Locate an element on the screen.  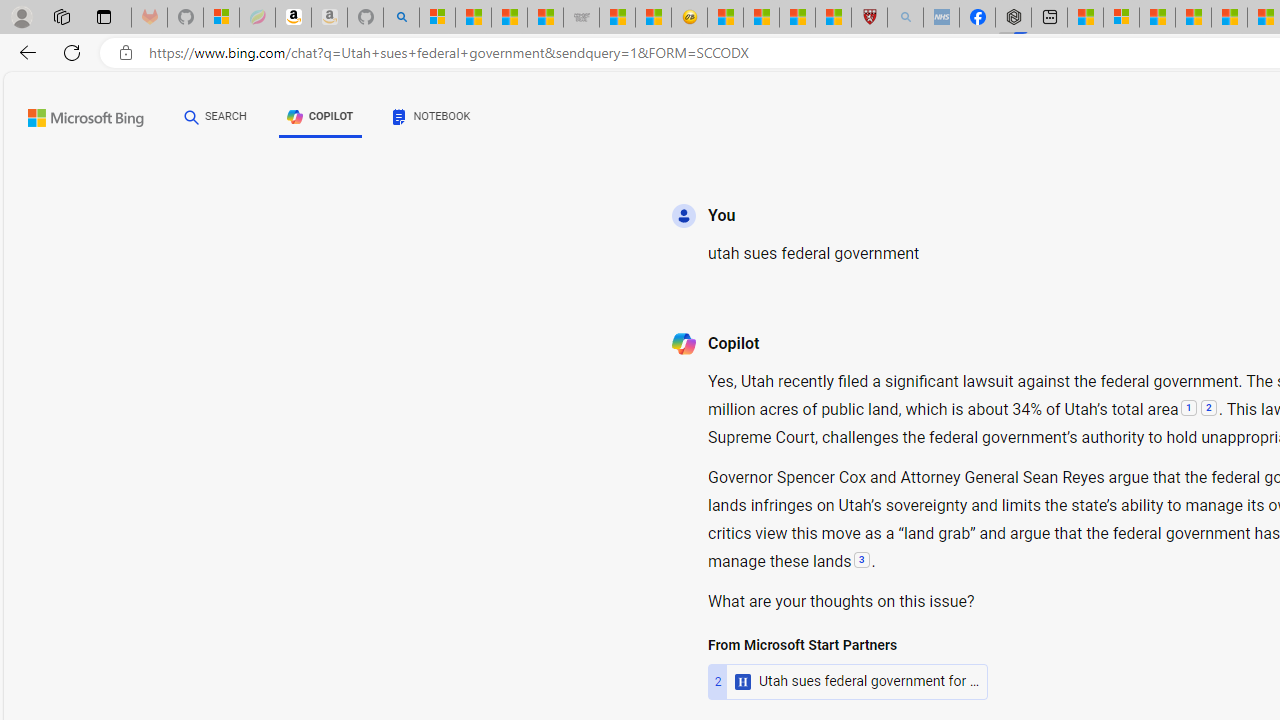
'2Utah sues federal government for control of public lands' is located at coordinates (848, 680).